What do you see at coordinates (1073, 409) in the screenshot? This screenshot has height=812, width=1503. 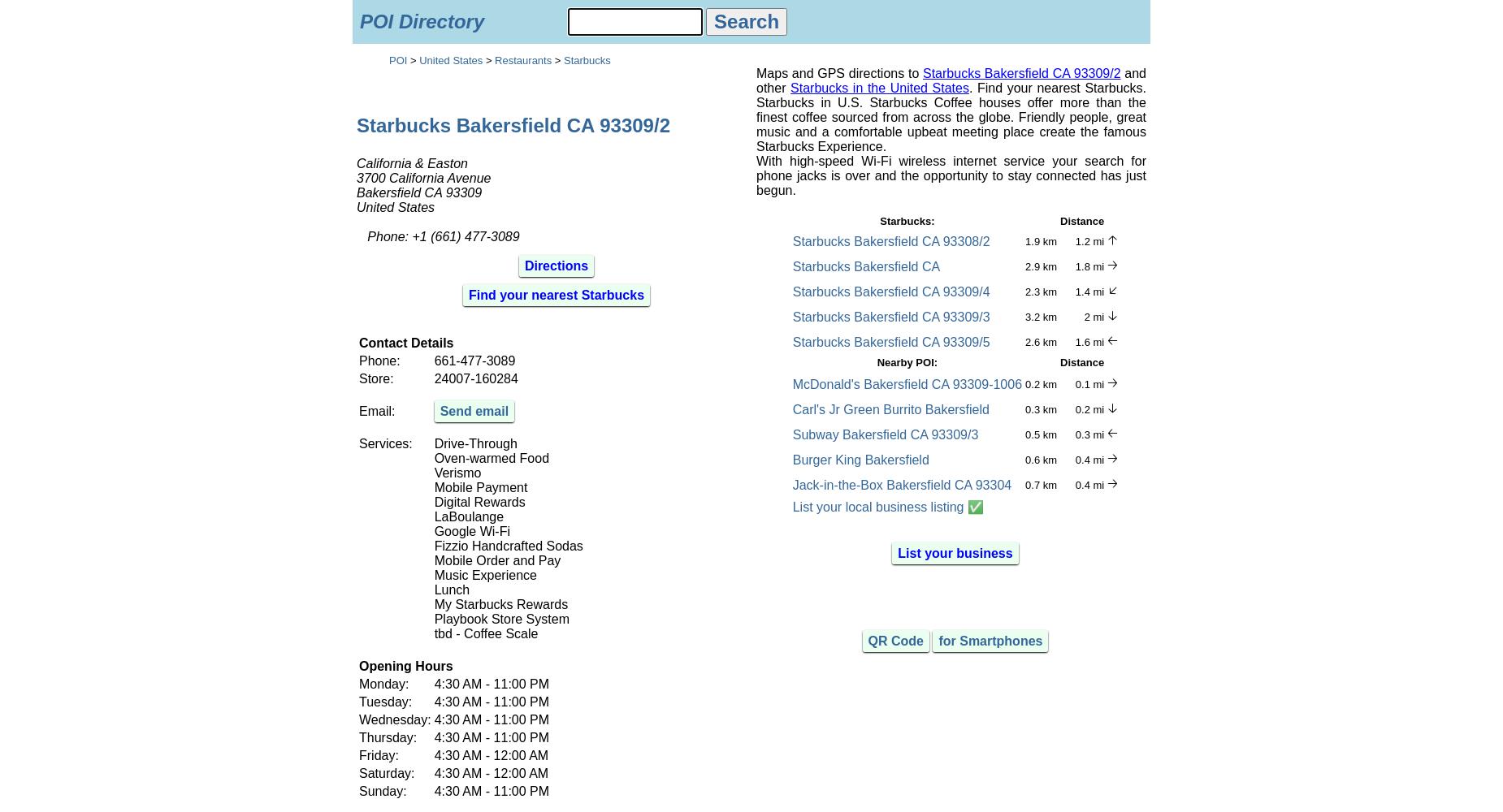 I see `'0.2 mi'` at bounding box center [1073, 409].